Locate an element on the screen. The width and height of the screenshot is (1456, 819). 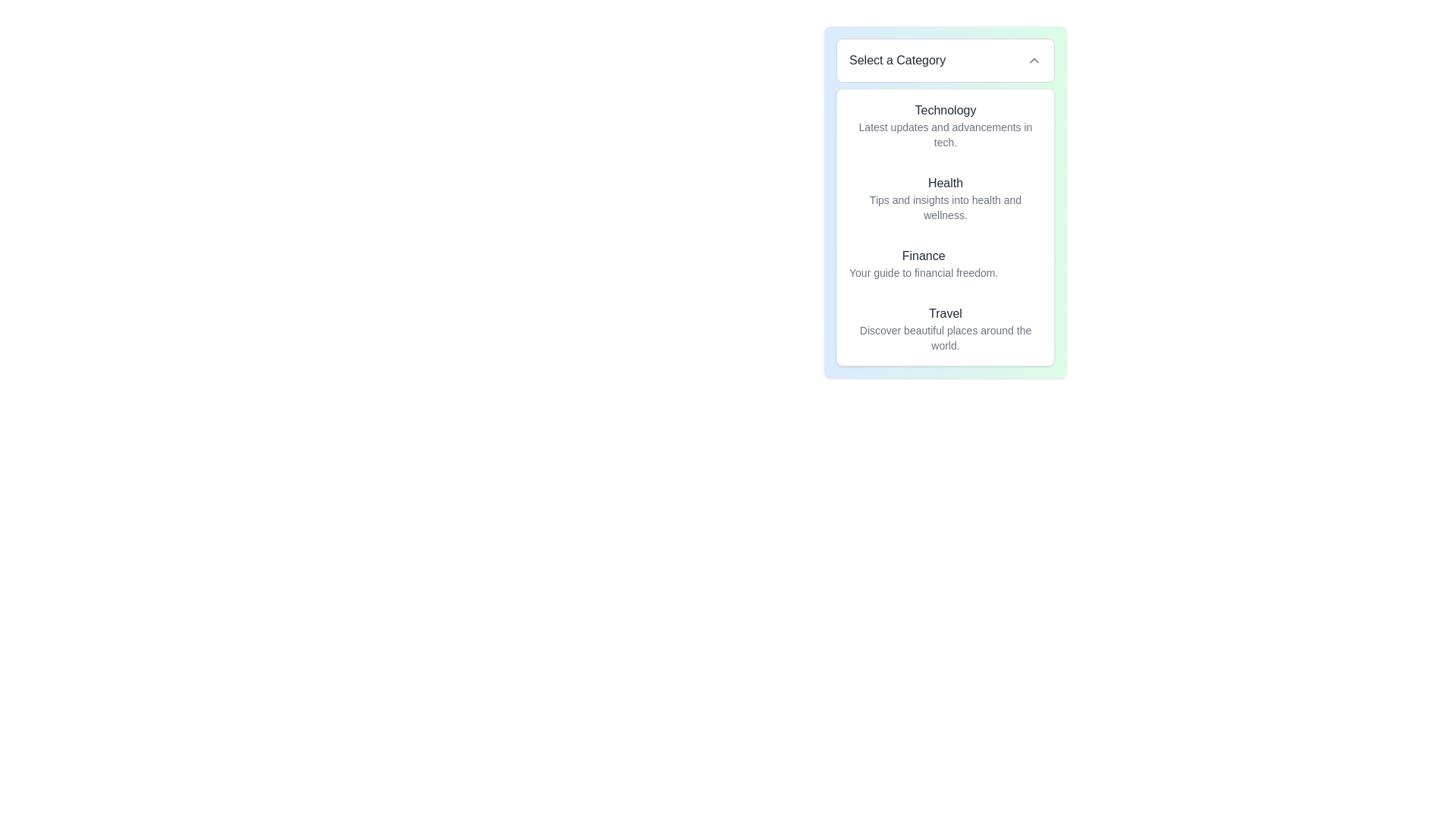
the fourth text label in the category list under 'Select a Category', which is positioned above the description 'Discover beautiful places around the world' is located at coordinates (945, 312).